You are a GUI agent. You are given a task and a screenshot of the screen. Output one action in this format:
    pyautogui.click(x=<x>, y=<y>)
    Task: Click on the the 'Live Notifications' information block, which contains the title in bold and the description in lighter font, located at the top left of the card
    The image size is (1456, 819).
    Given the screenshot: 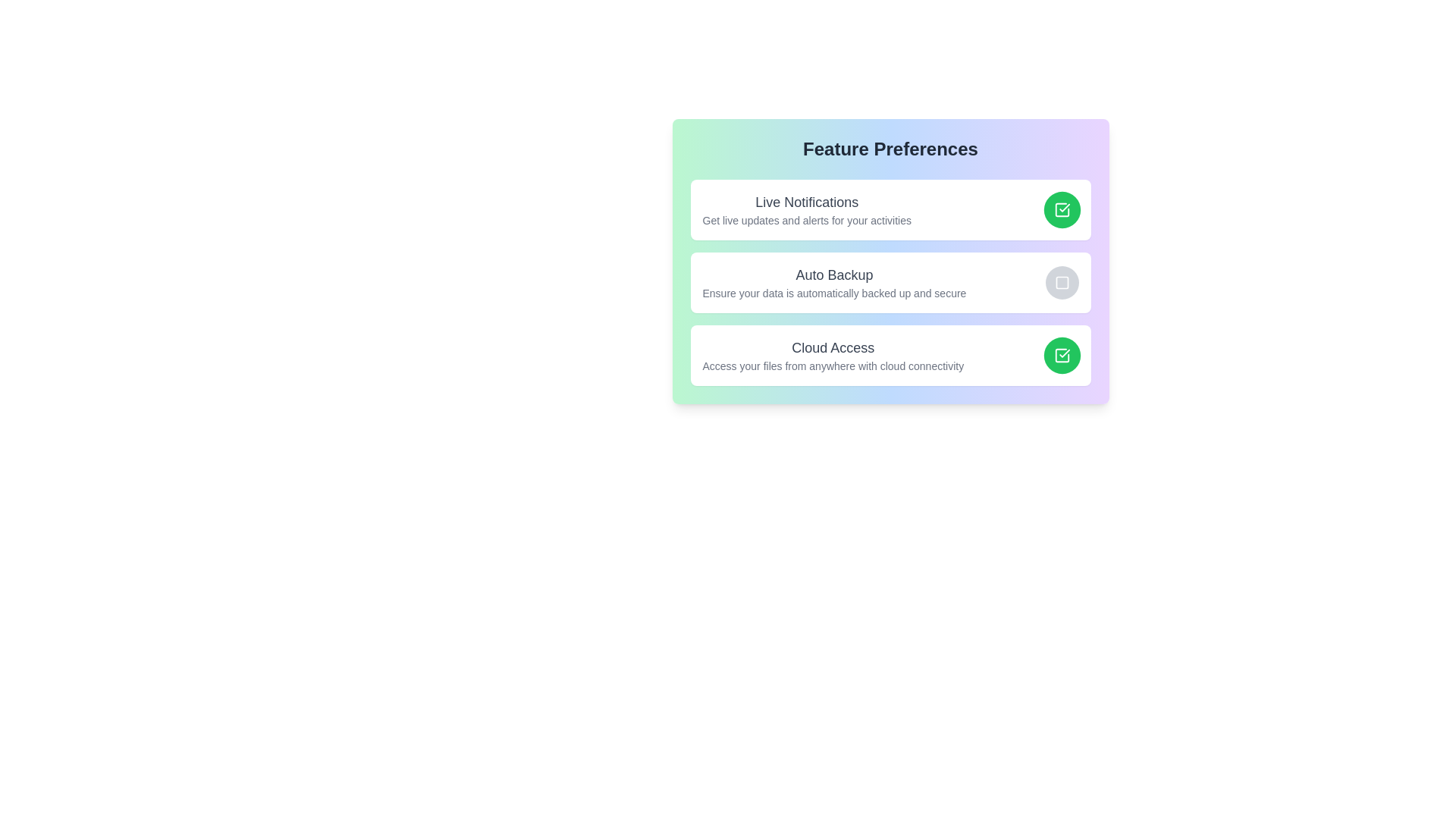 What is the action you would take?
    pyautogui.click(x=806, y=210)
    